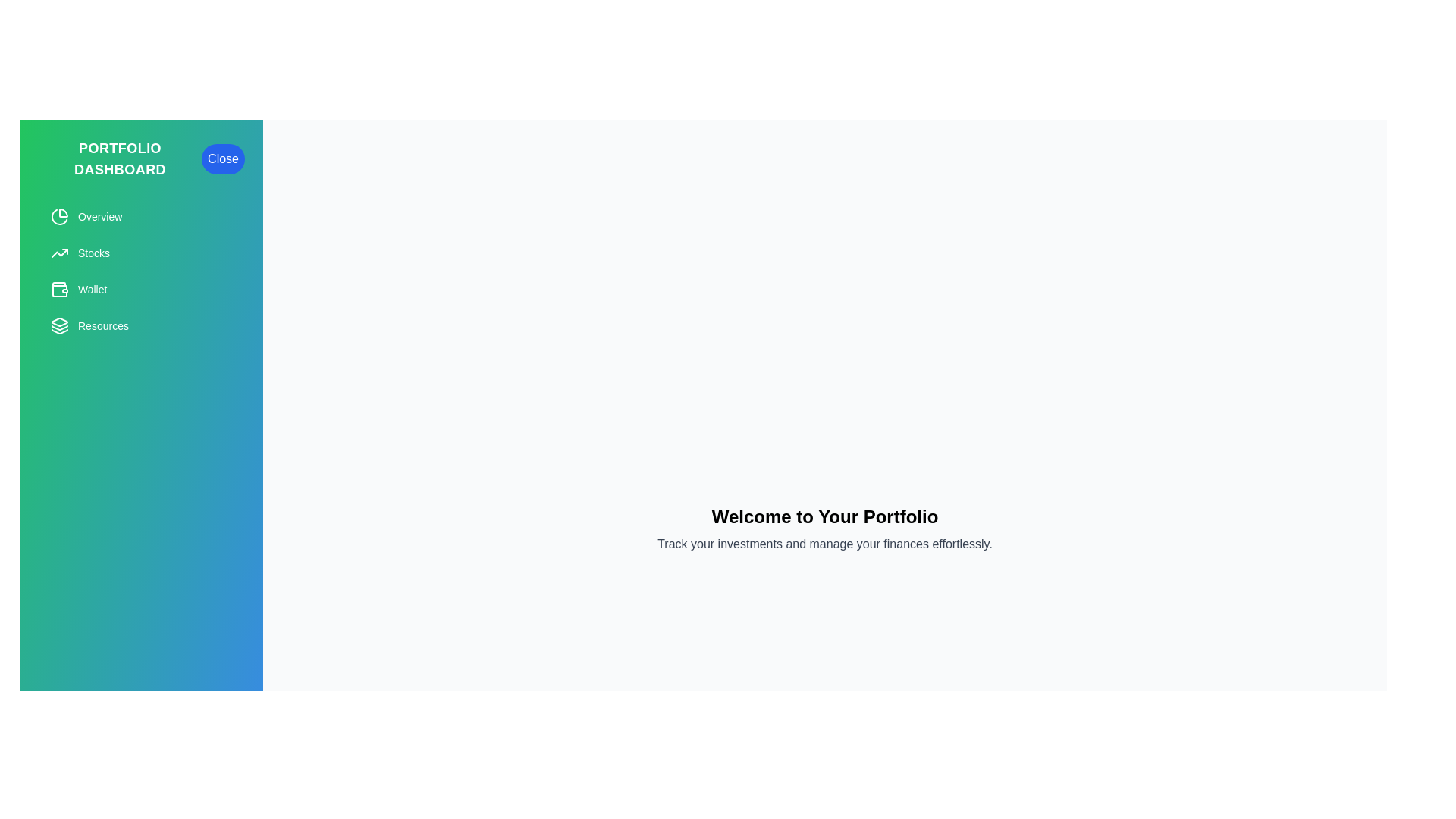 The height and width of the screenshot is (819, 1456). Describe the element at coordinates (221, 158) in the screenshot. I see `the 'Close' button to toggle the drawer visibility` at that location.